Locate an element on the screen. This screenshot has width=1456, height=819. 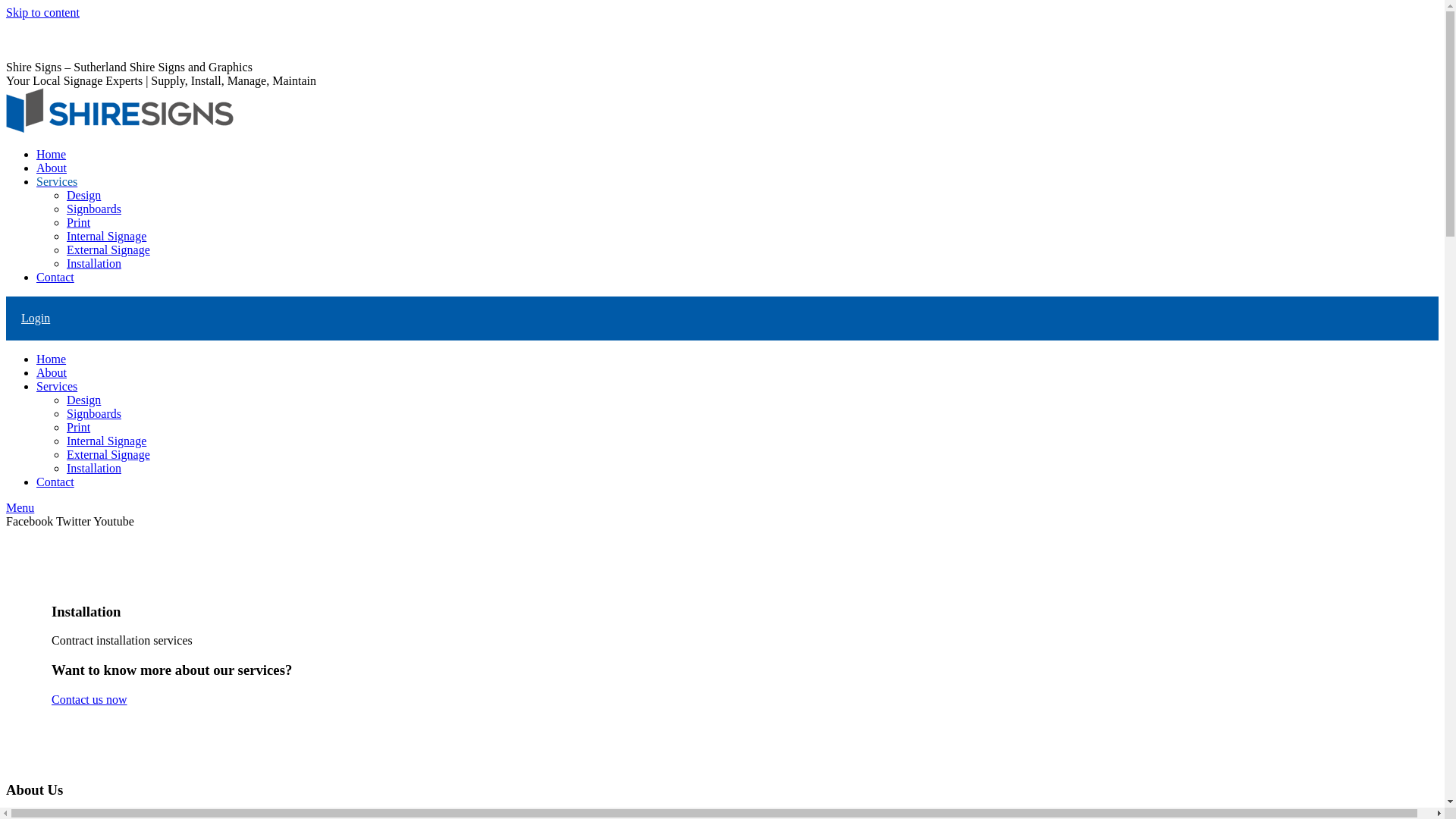
'Services' is located at coordinates (57, 385).